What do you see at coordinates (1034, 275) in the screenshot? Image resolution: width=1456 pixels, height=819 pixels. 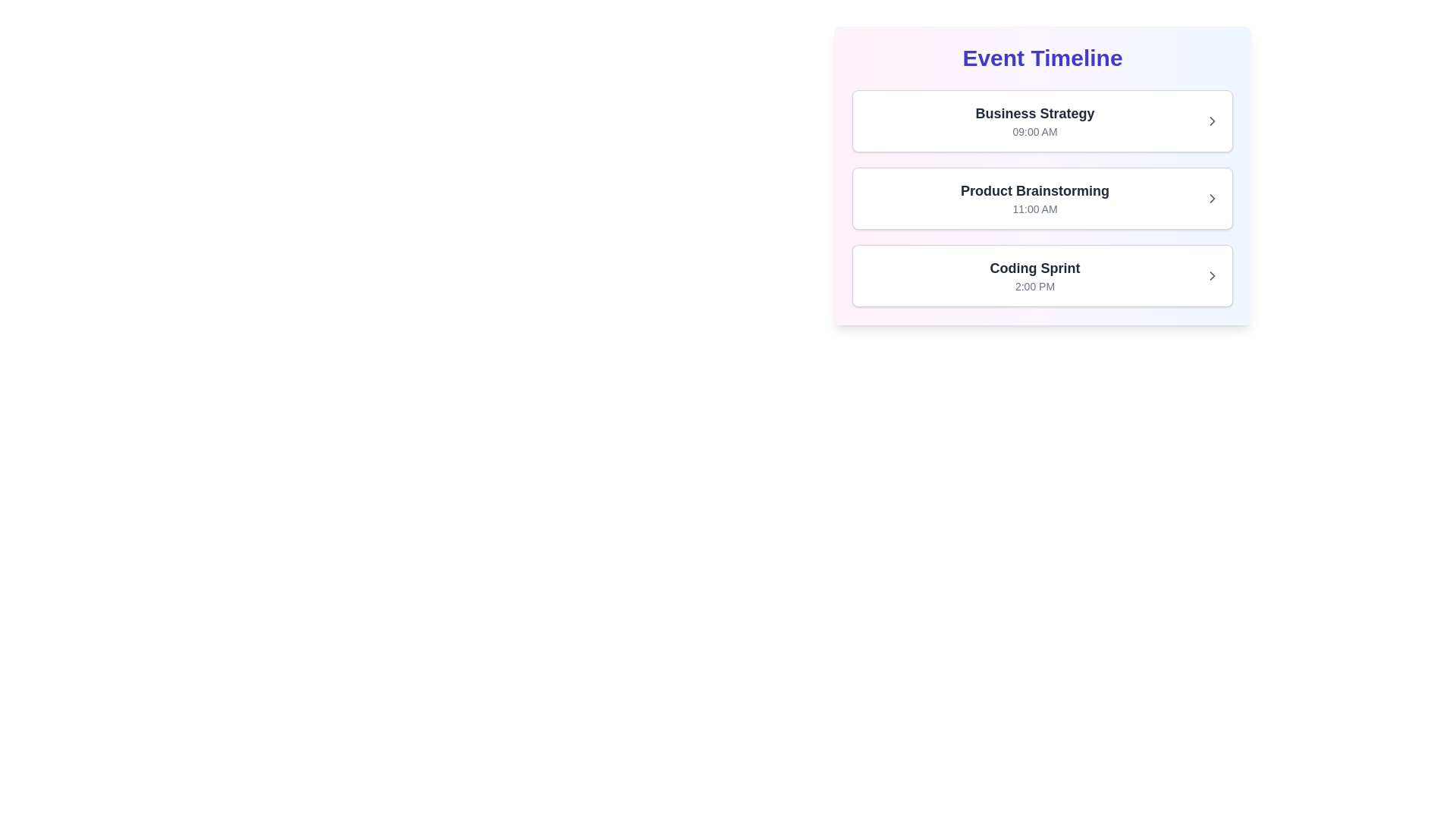 I see `the third List Item in the Event Timeline` at bounding box center [1034, 275].